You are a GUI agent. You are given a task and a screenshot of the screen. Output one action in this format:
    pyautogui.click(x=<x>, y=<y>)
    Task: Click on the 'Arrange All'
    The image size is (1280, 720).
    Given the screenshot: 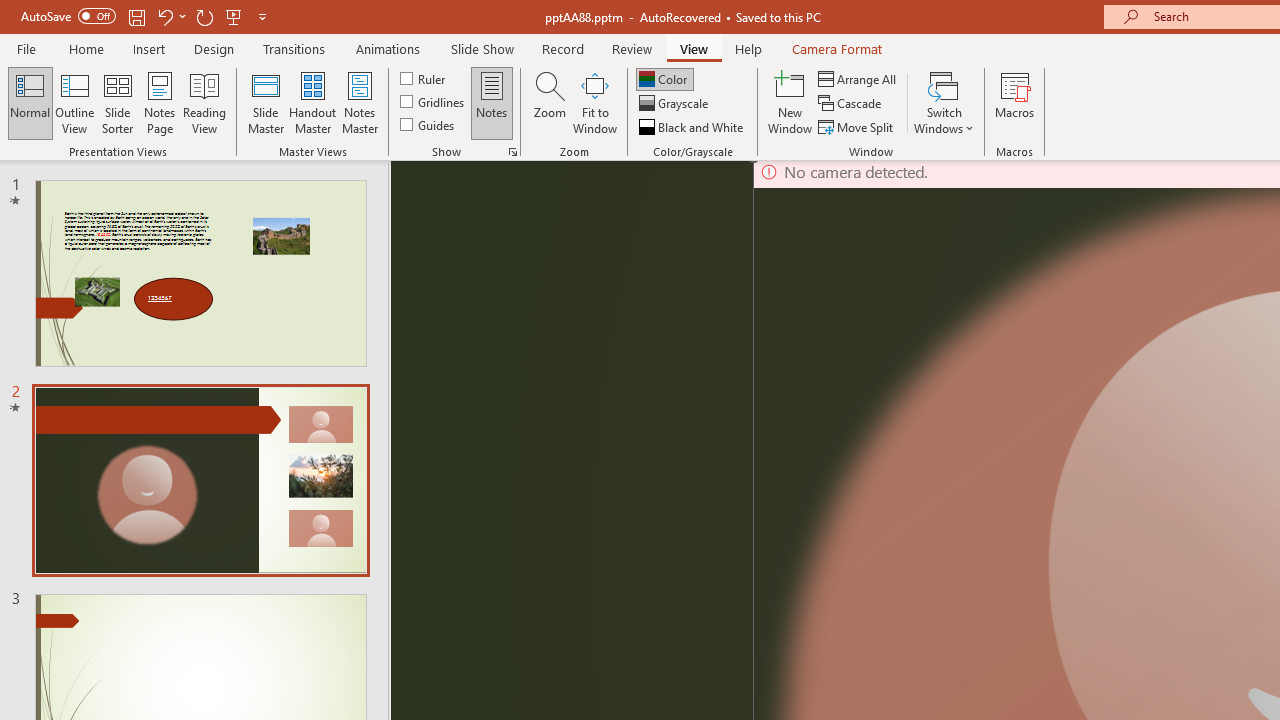 What is the action you would take?
    pyautogui.click(x=858, y=78)
    